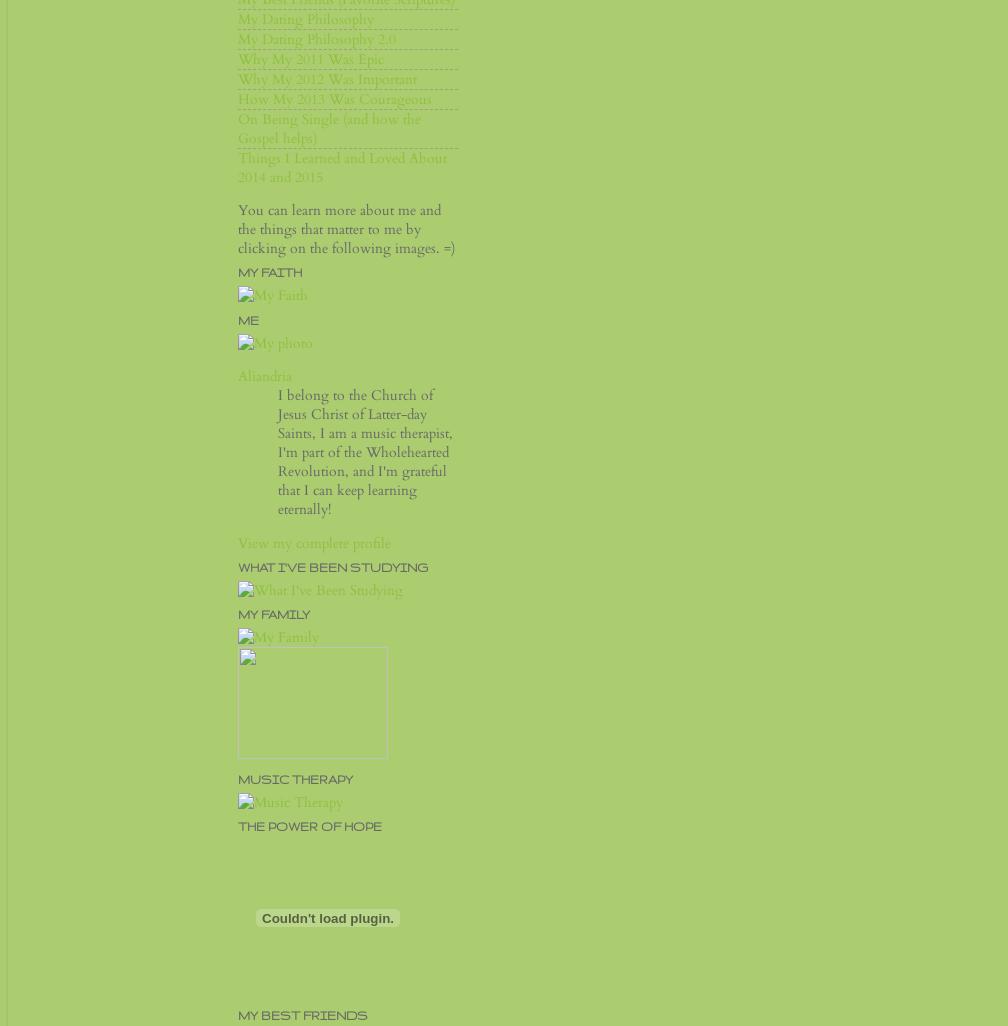  I want to click on 'Aliandria', so click(265, 375).